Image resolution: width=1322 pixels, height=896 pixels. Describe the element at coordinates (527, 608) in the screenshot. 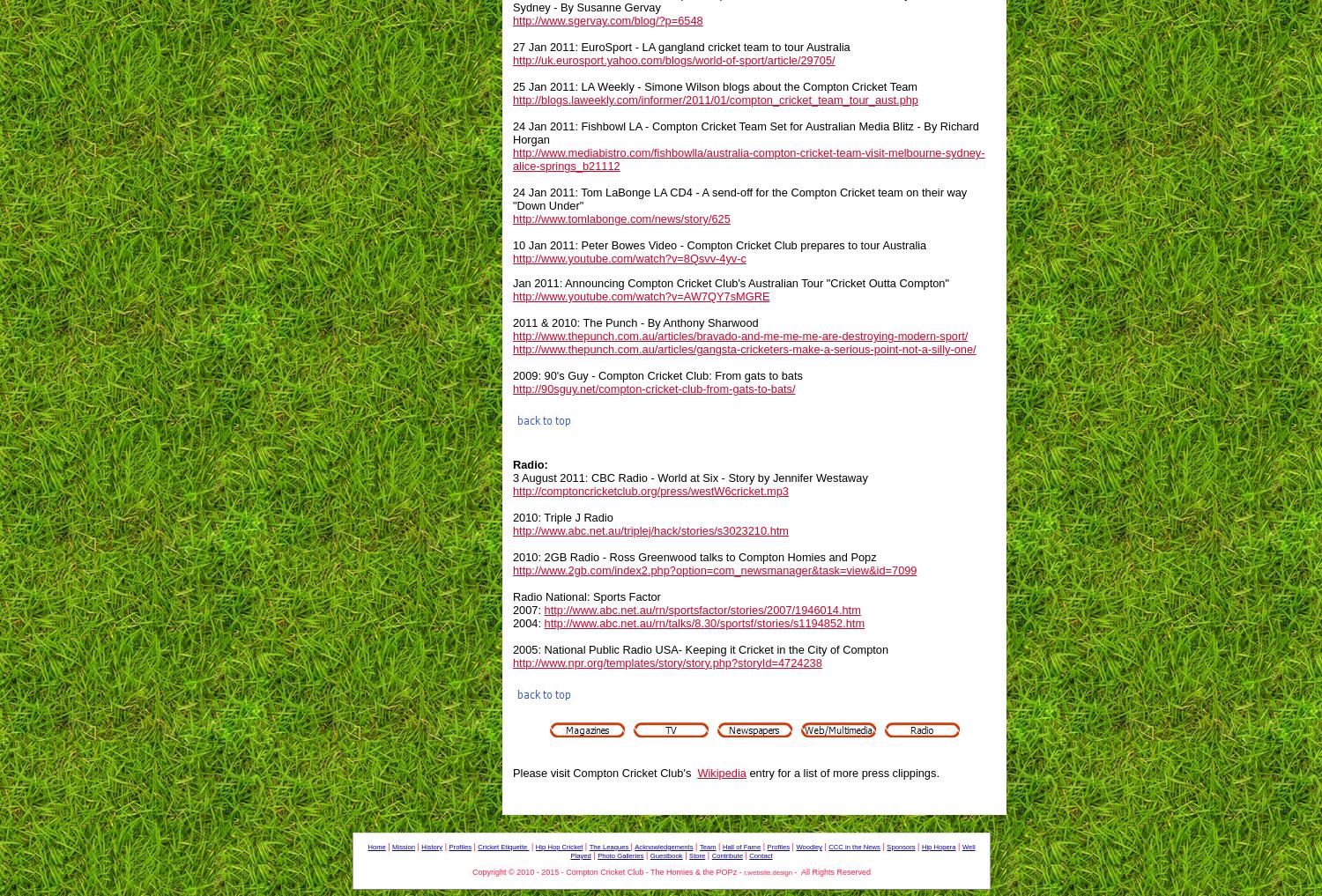

I see `'2007:'` at that location.